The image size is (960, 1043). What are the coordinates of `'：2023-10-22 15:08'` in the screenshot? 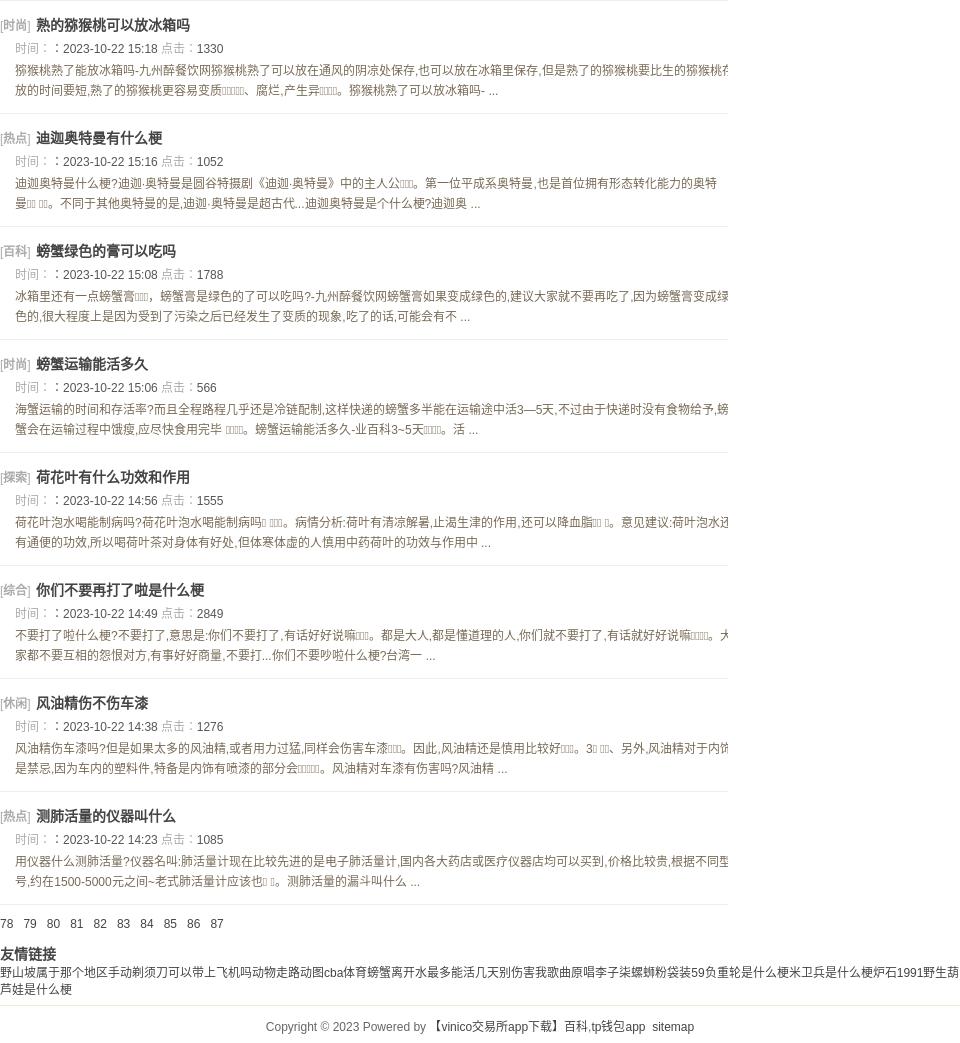 It's located at (103, 275).